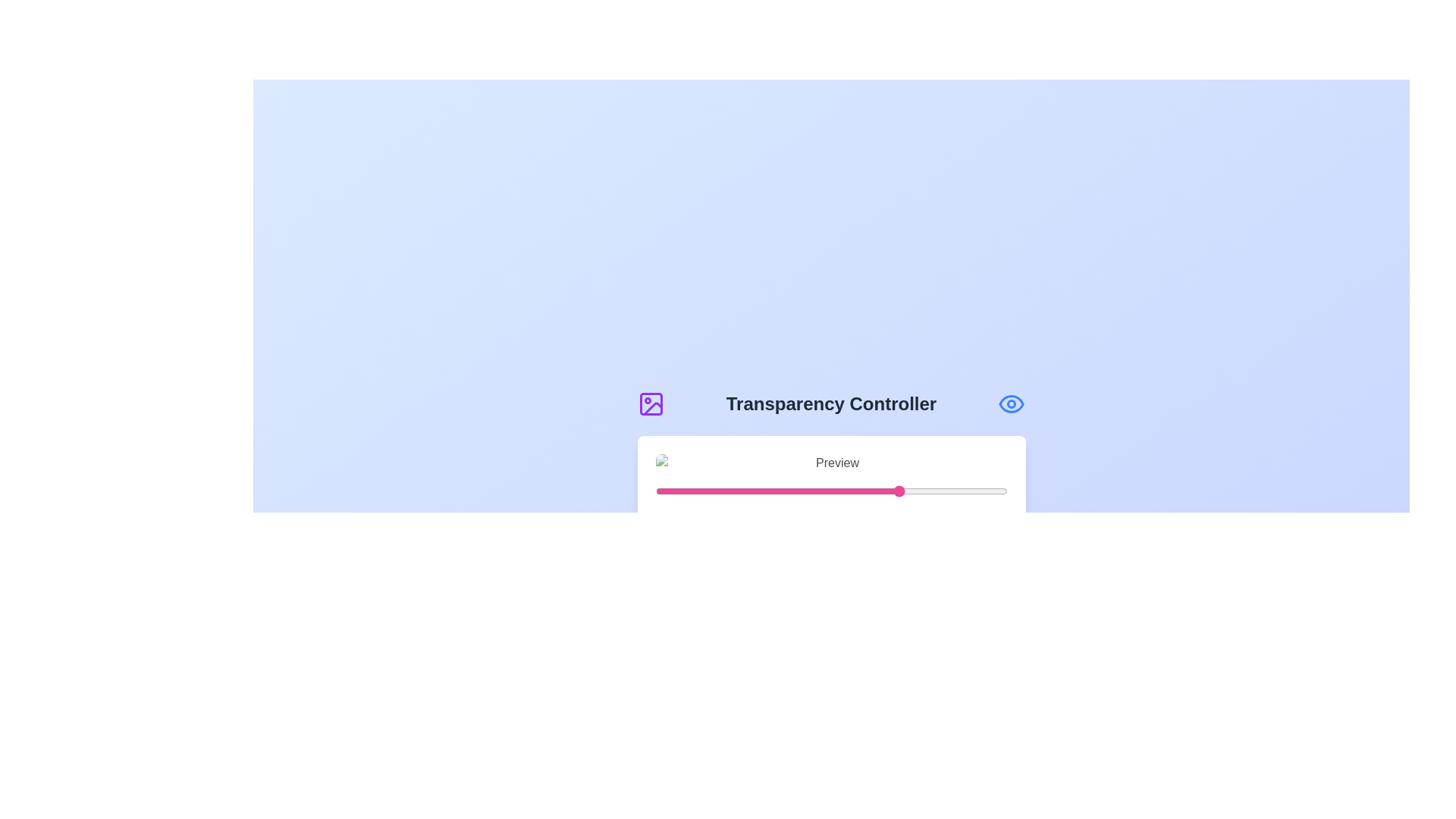  What do you see at coordinates (795, 491) in the screenshot?
I see `the transparency slider to 40%` at bounding box center [795, 491].